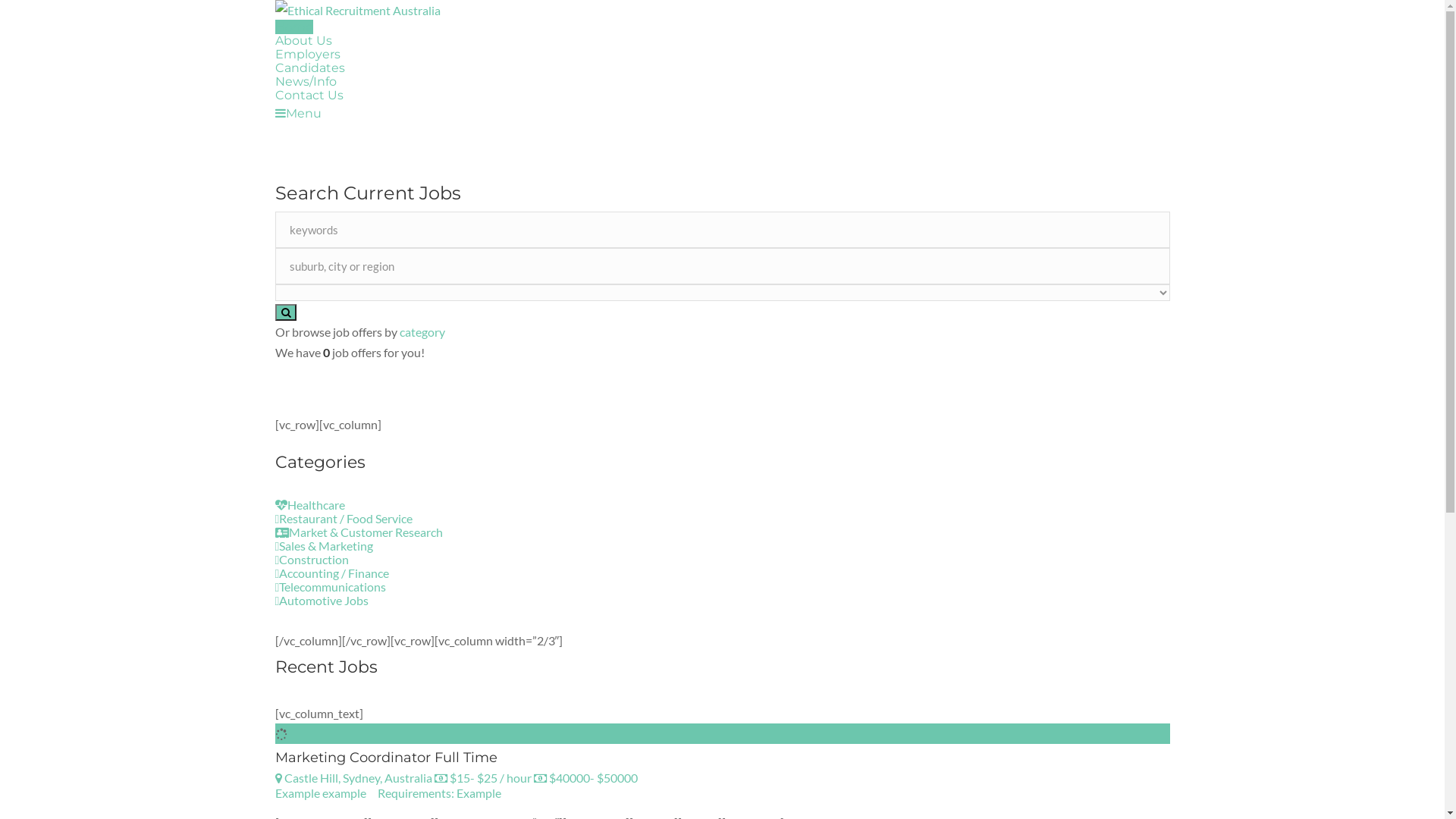 This screenshot has width=1456, height=819. I want to click on 'Sales & Marketing', so click(274, 544).